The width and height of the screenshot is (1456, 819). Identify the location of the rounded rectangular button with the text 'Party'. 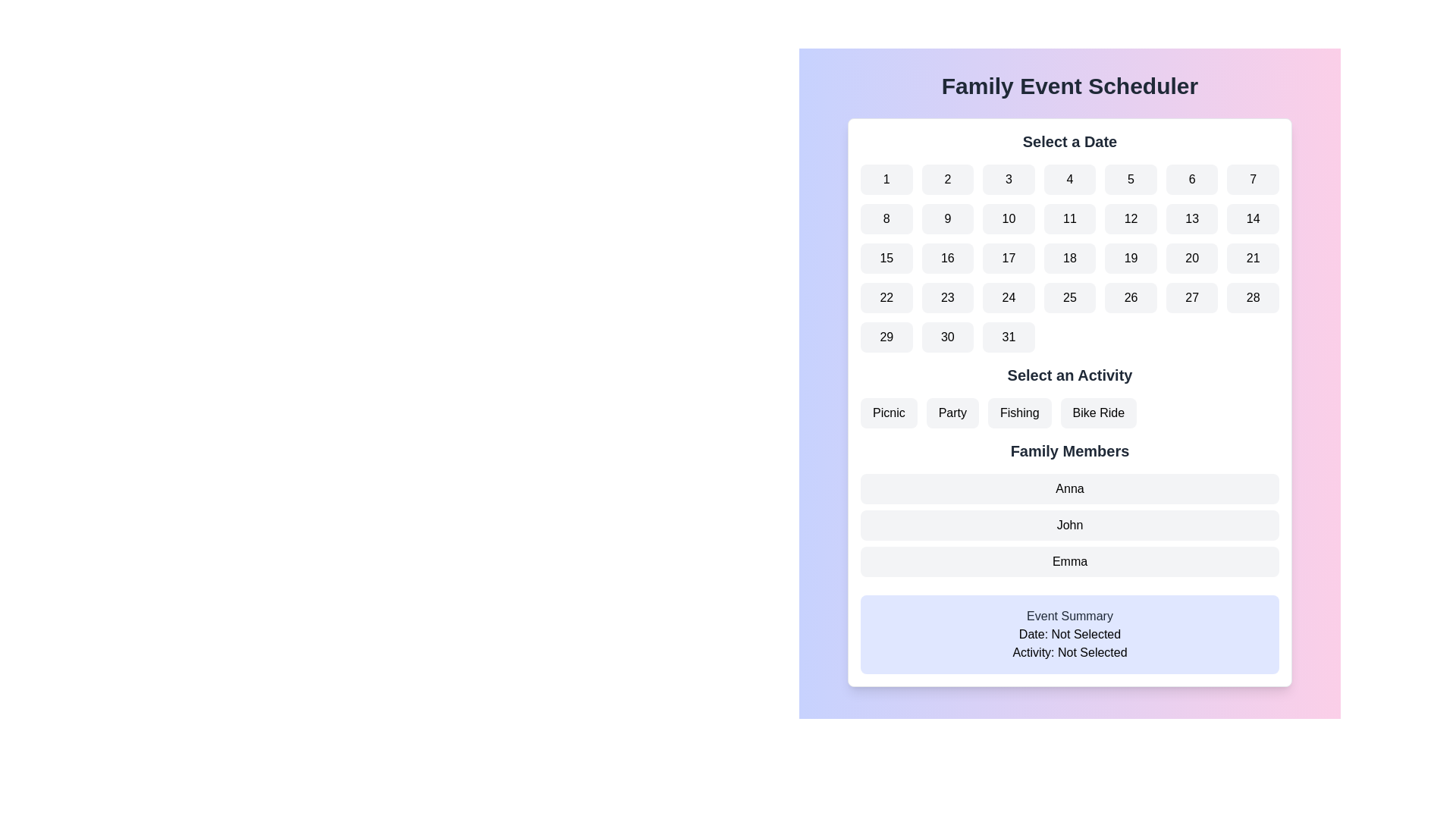
(952, 413).